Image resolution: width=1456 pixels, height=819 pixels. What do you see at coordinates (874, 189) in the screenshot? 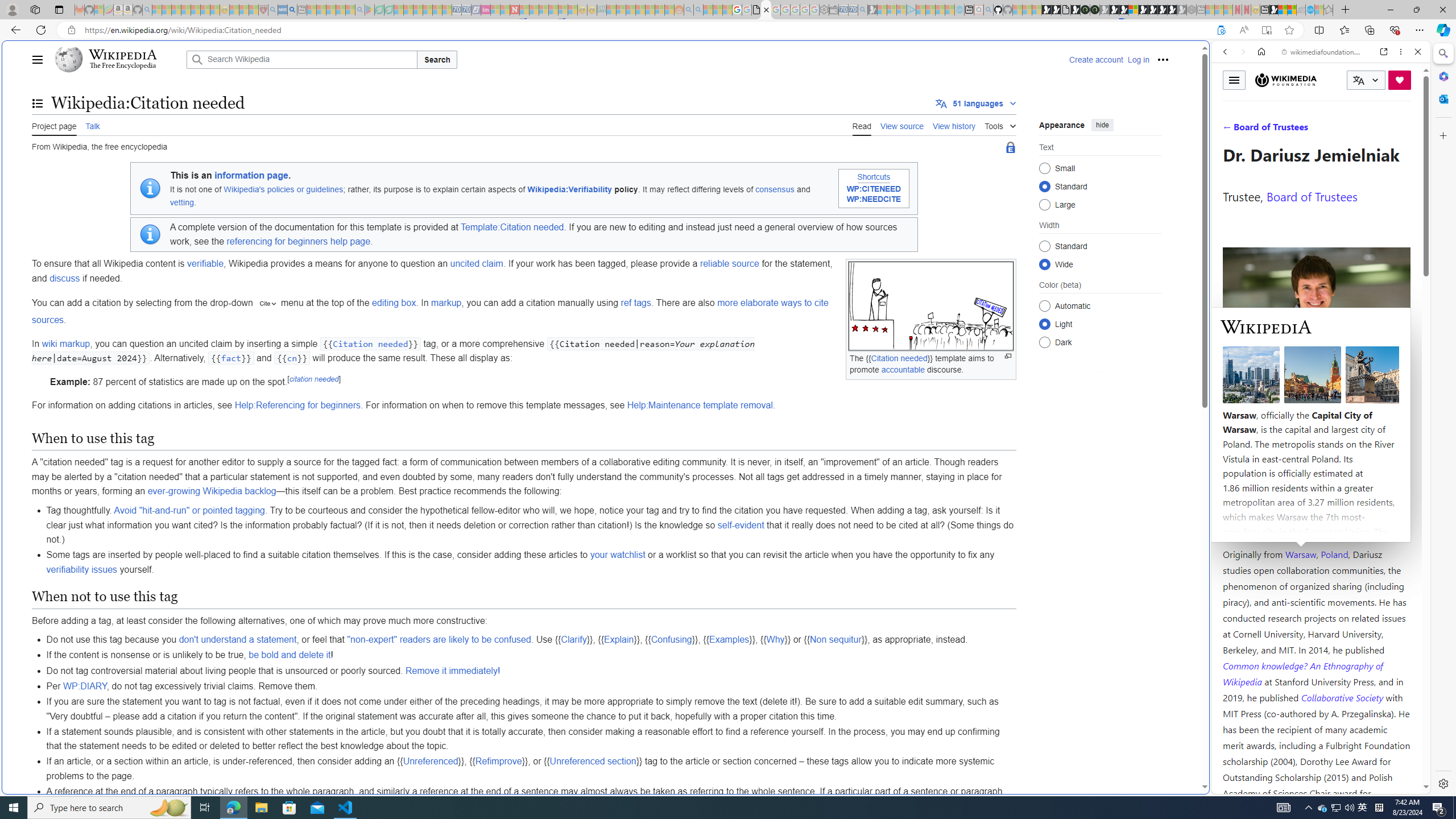
I see `'WP:CITENEED'` at bounding box center [874, 189].